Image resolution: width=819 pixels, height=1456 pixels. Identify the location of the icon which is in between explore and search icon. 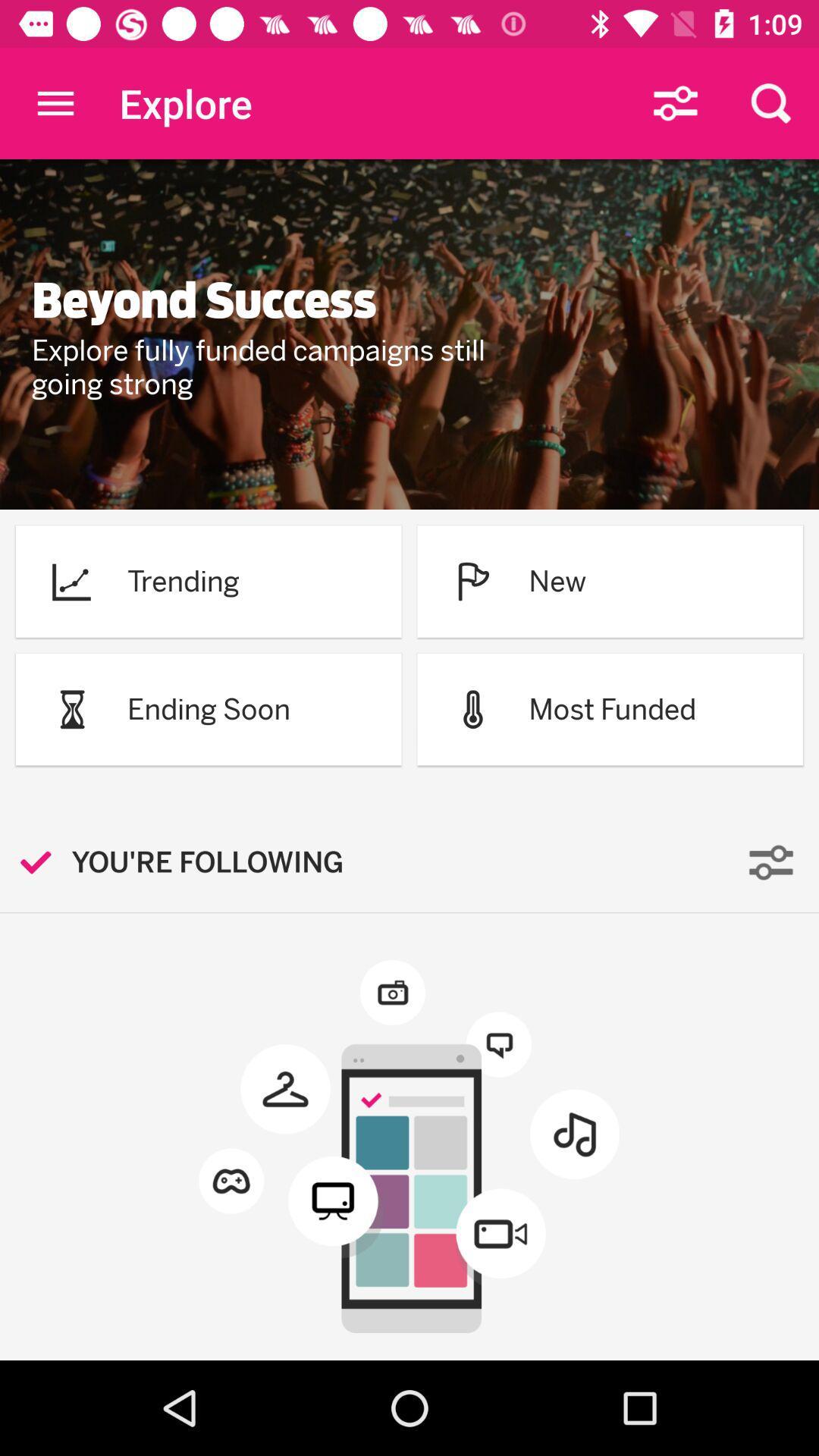
(675, 103).